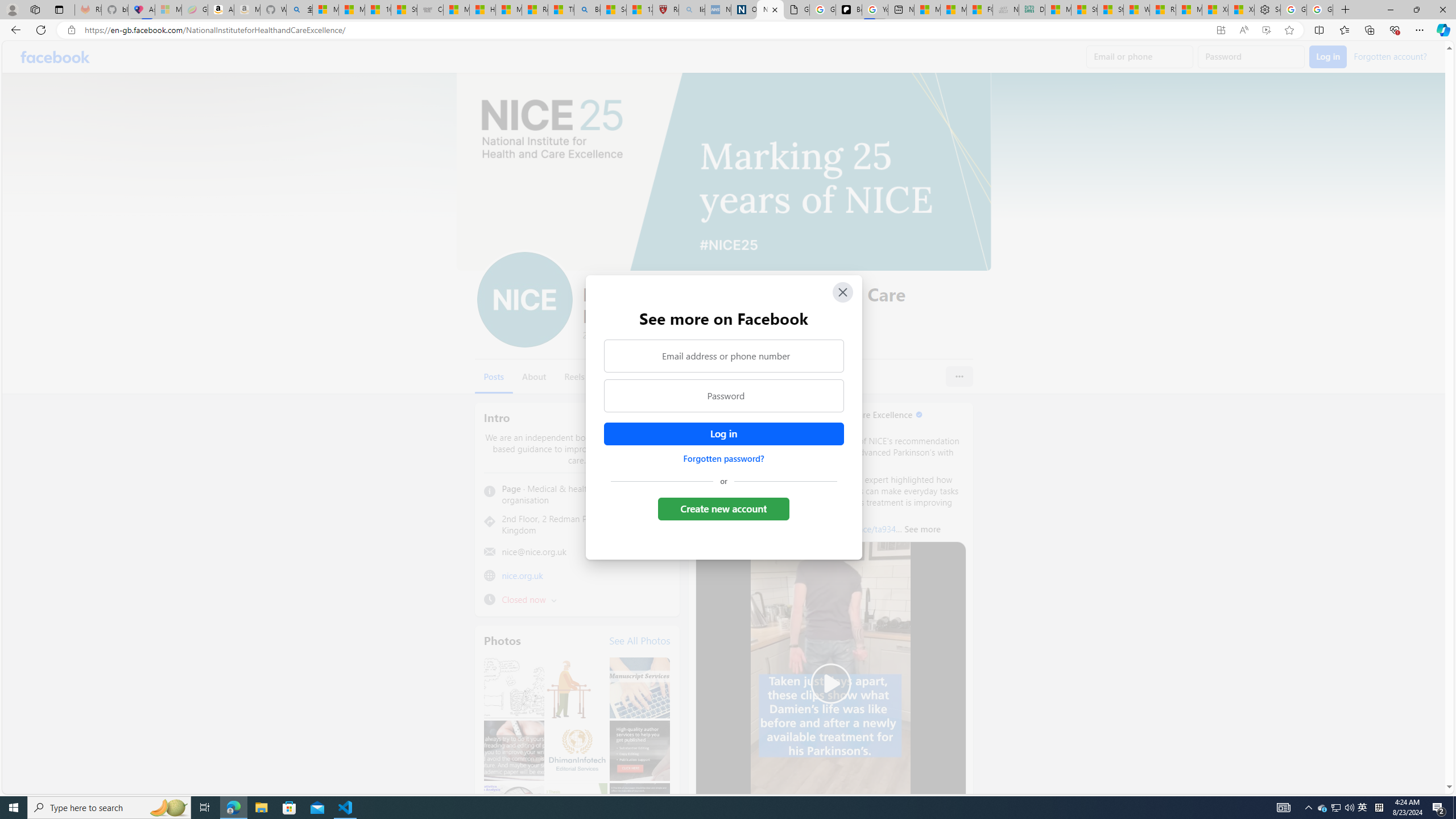  What do you see at coordinates (55, 56) in the screenshot?
I see `'Facebook'` at bounding box center [55, 56].